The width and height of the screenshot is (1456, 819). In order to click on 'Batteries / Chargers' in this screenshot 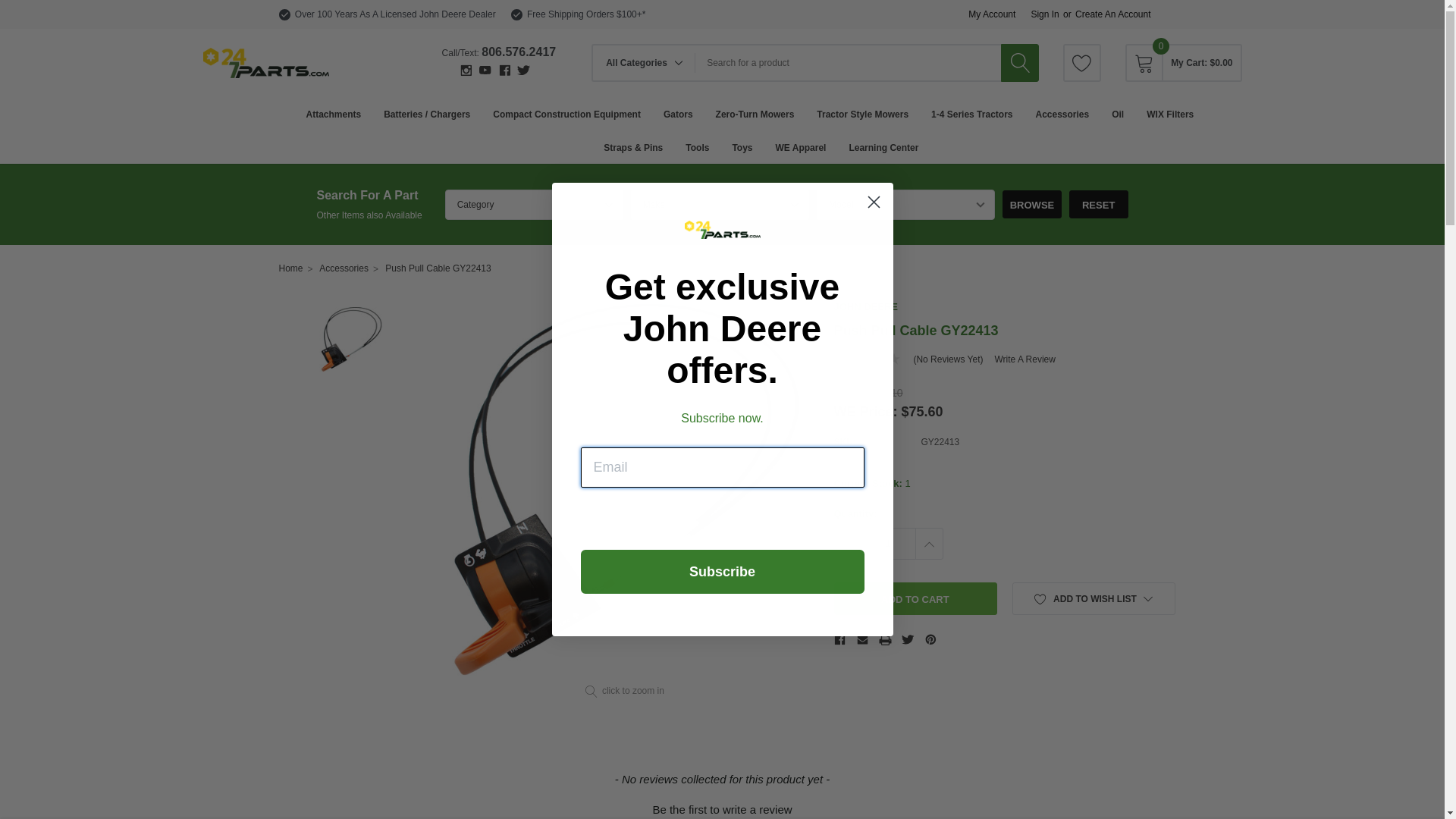, I will do `click(425, 113)`.